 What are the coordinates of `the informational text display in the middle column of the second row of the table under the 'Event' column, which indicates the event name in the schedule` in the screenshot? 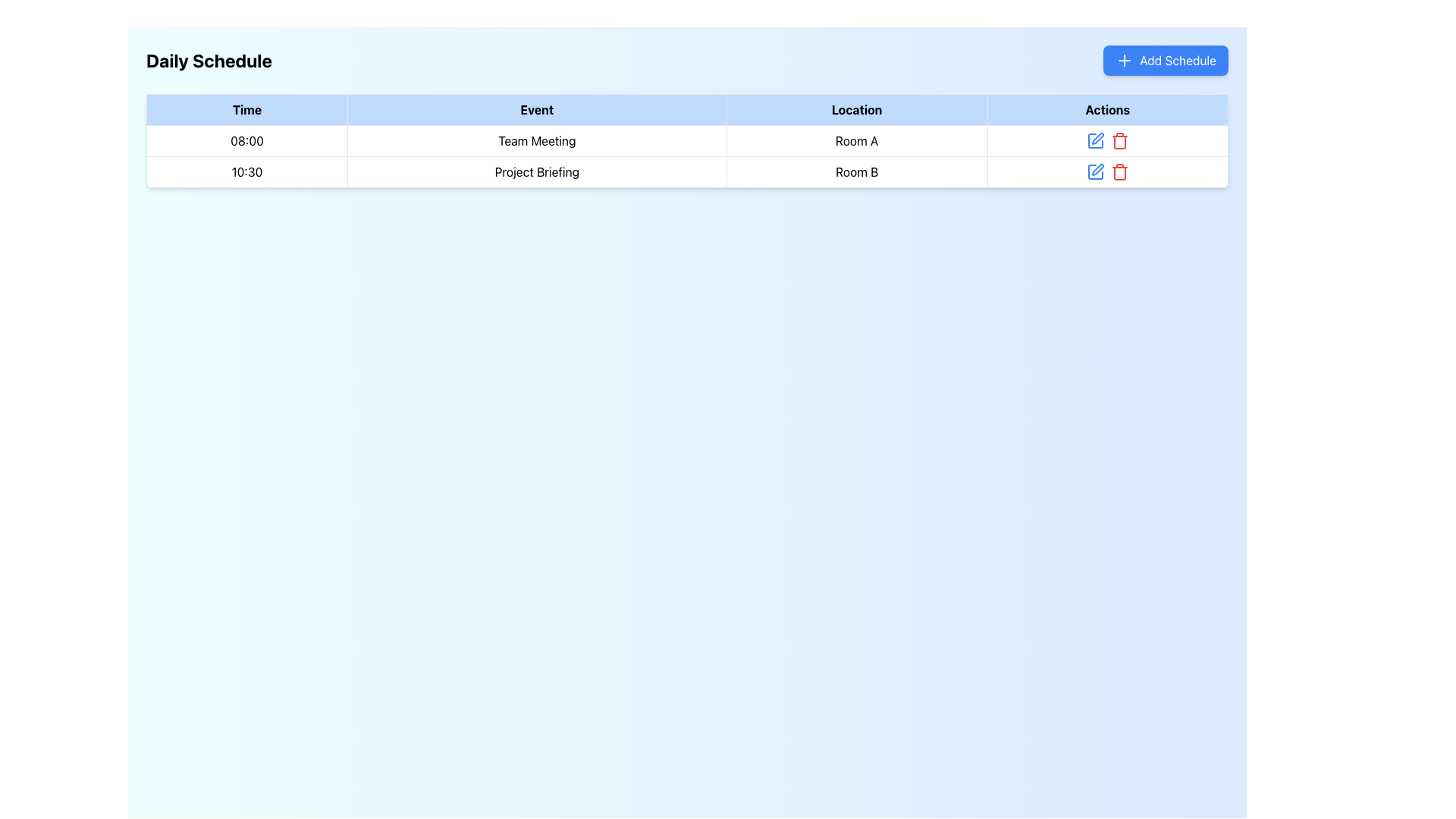 It's located at (537, 171).